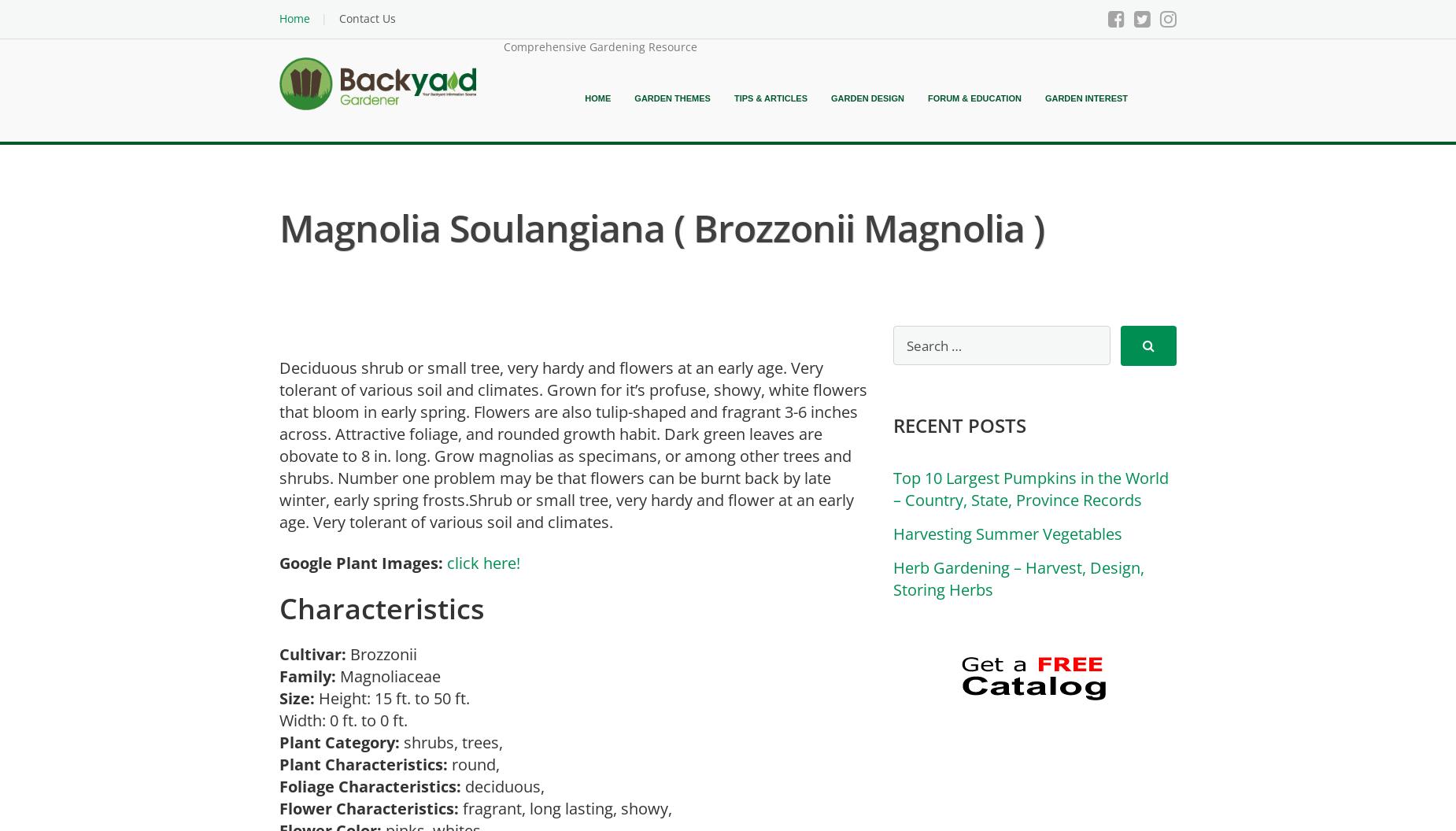 The width and height of the screenshot is (1456, 831). Describe the element at coordinates (584, 98) in the screenshot. I see `'Home'` at that location.